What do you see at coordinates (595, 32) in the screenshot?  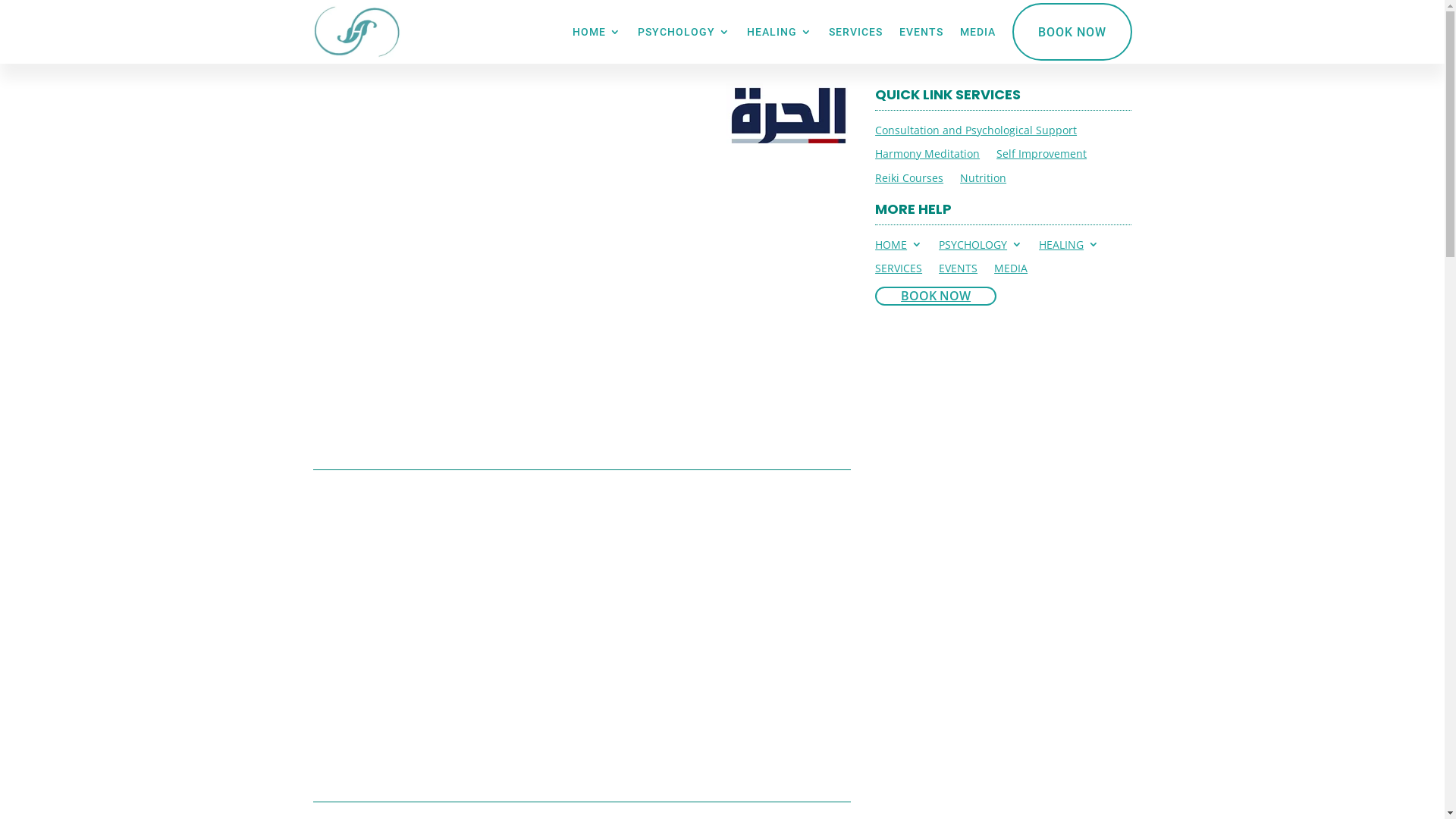 I see `'HOME'` at bounding box center [595, 32].